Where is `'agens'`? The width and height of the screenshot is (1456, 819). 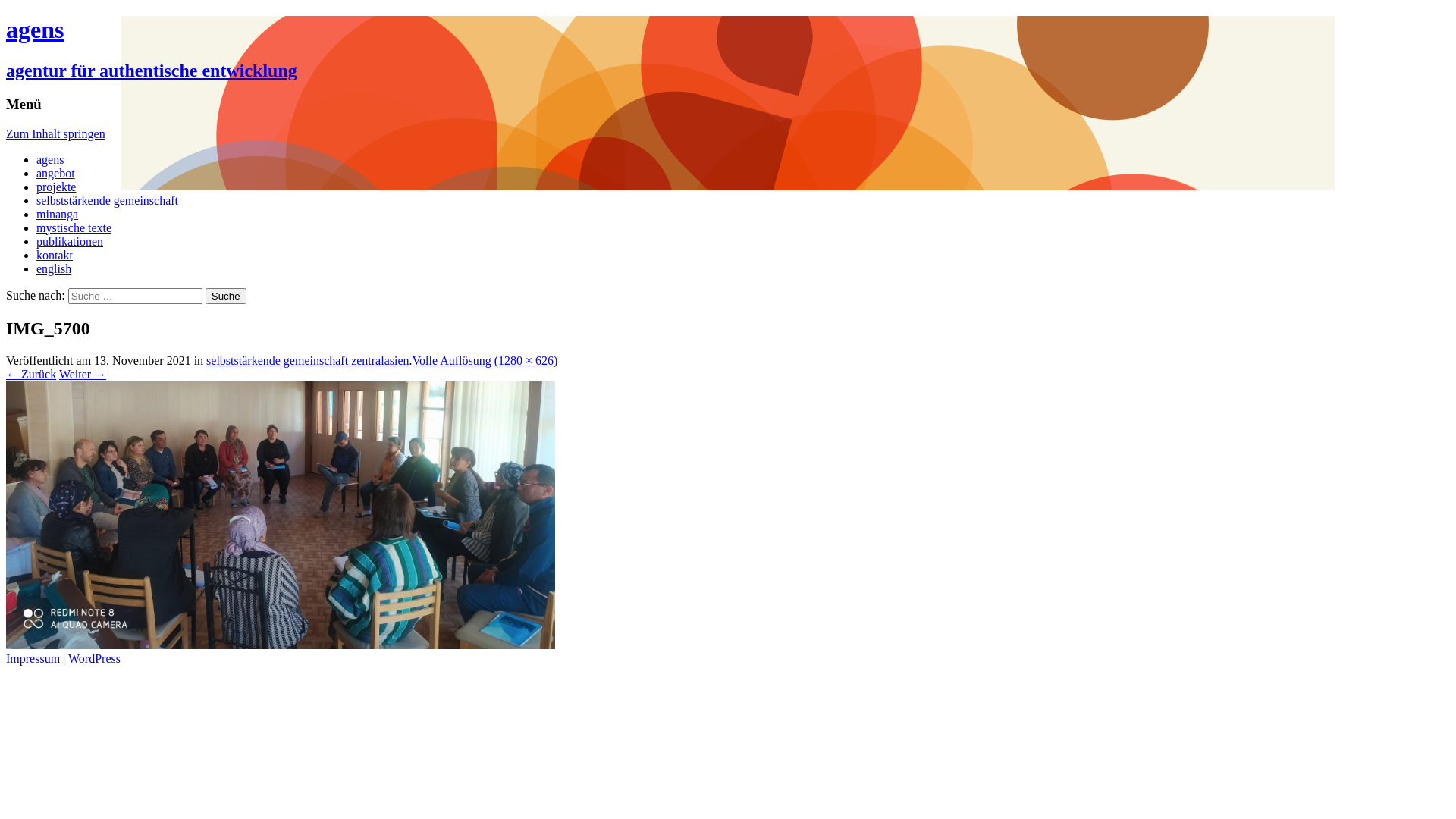 'agens' is located at coordinates (50, 159).